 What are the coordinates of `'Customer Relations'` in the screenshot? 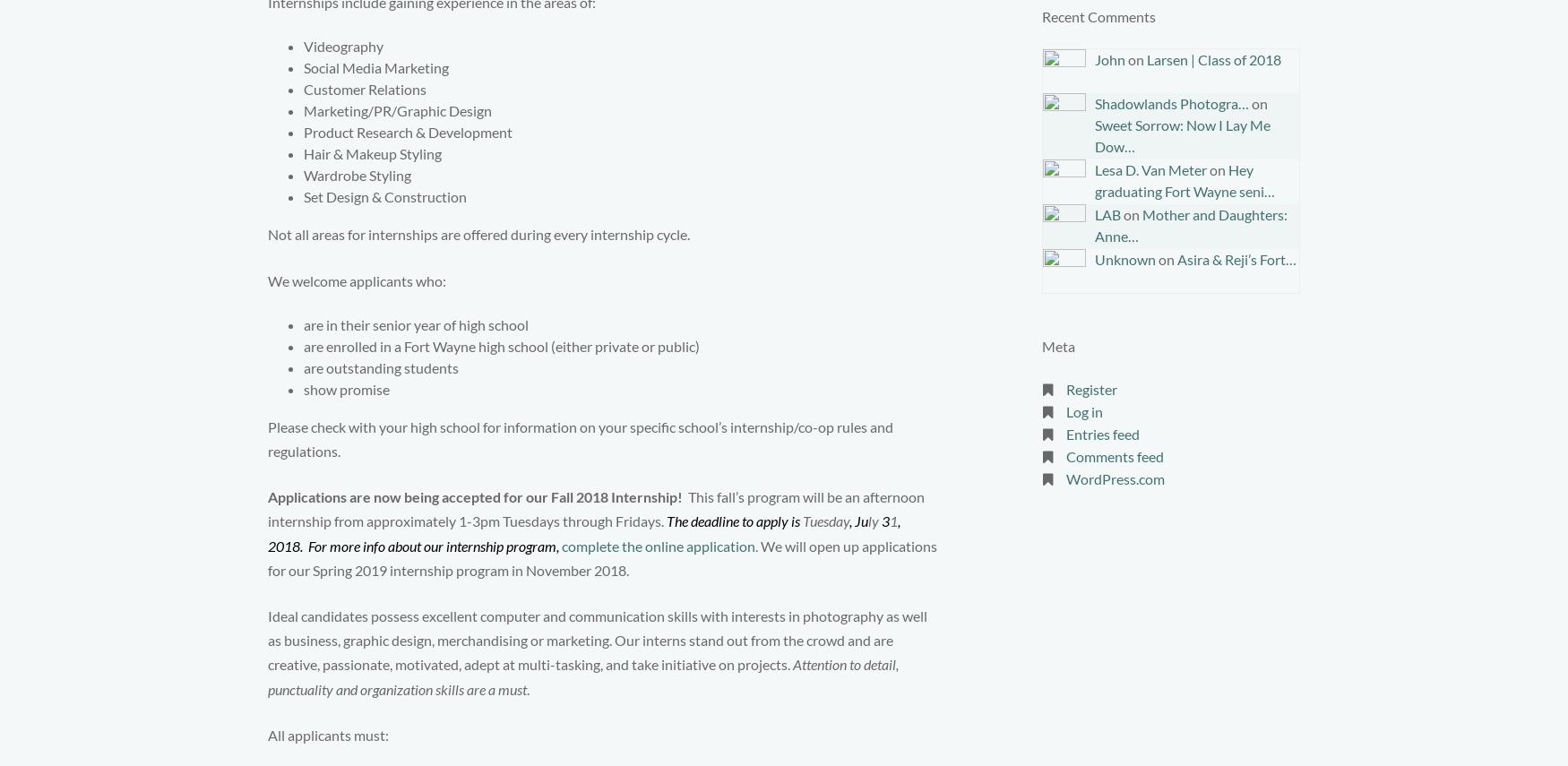 It's located at (364, 89).